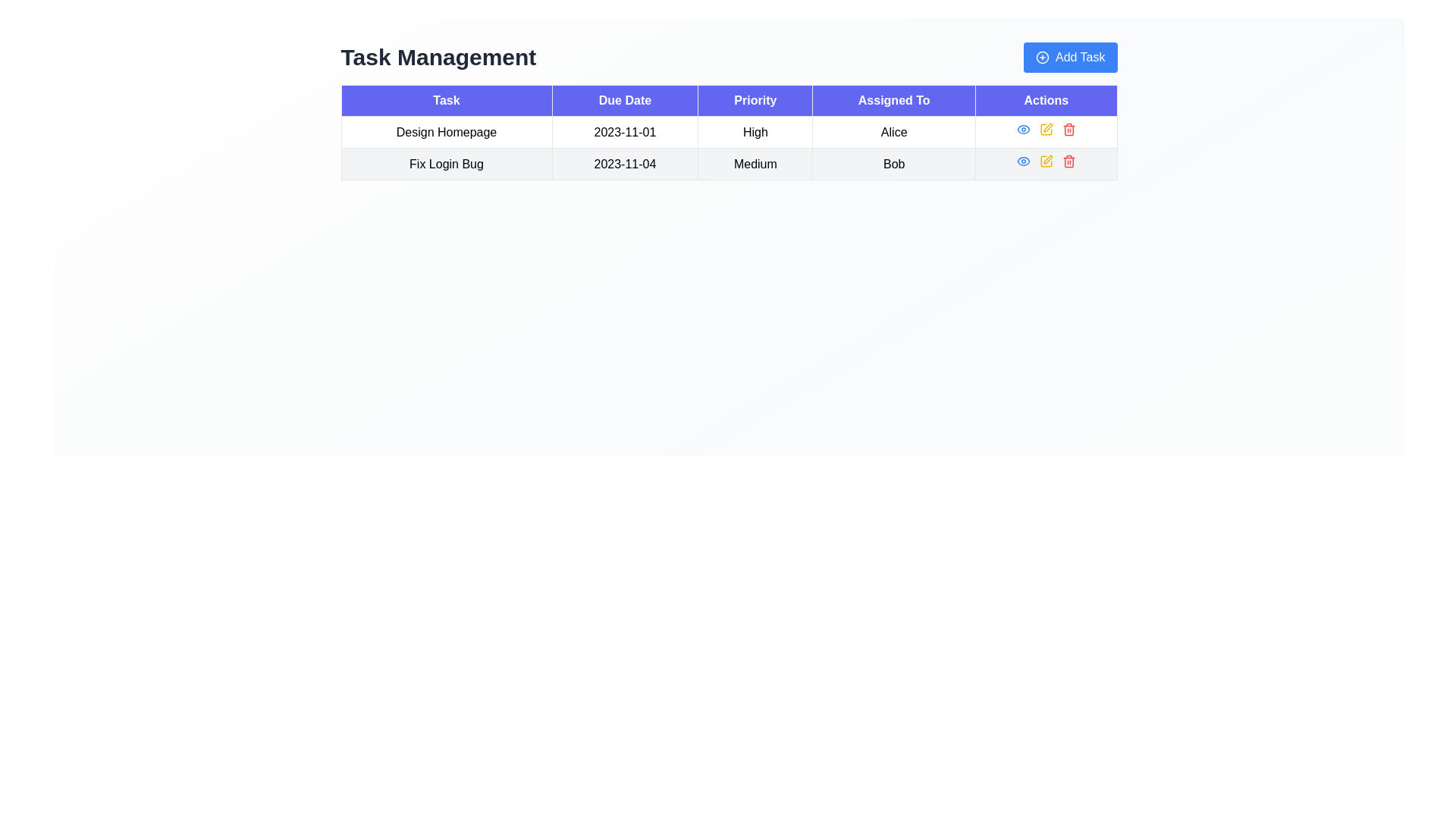  What do you see at coordinates (1047, 159) in the screenshot?
I see `the pen icon button in the 'Actions' column of the second row, which is associated with the 'Fix Login Bug' task` at bounding box center [1047, 159].